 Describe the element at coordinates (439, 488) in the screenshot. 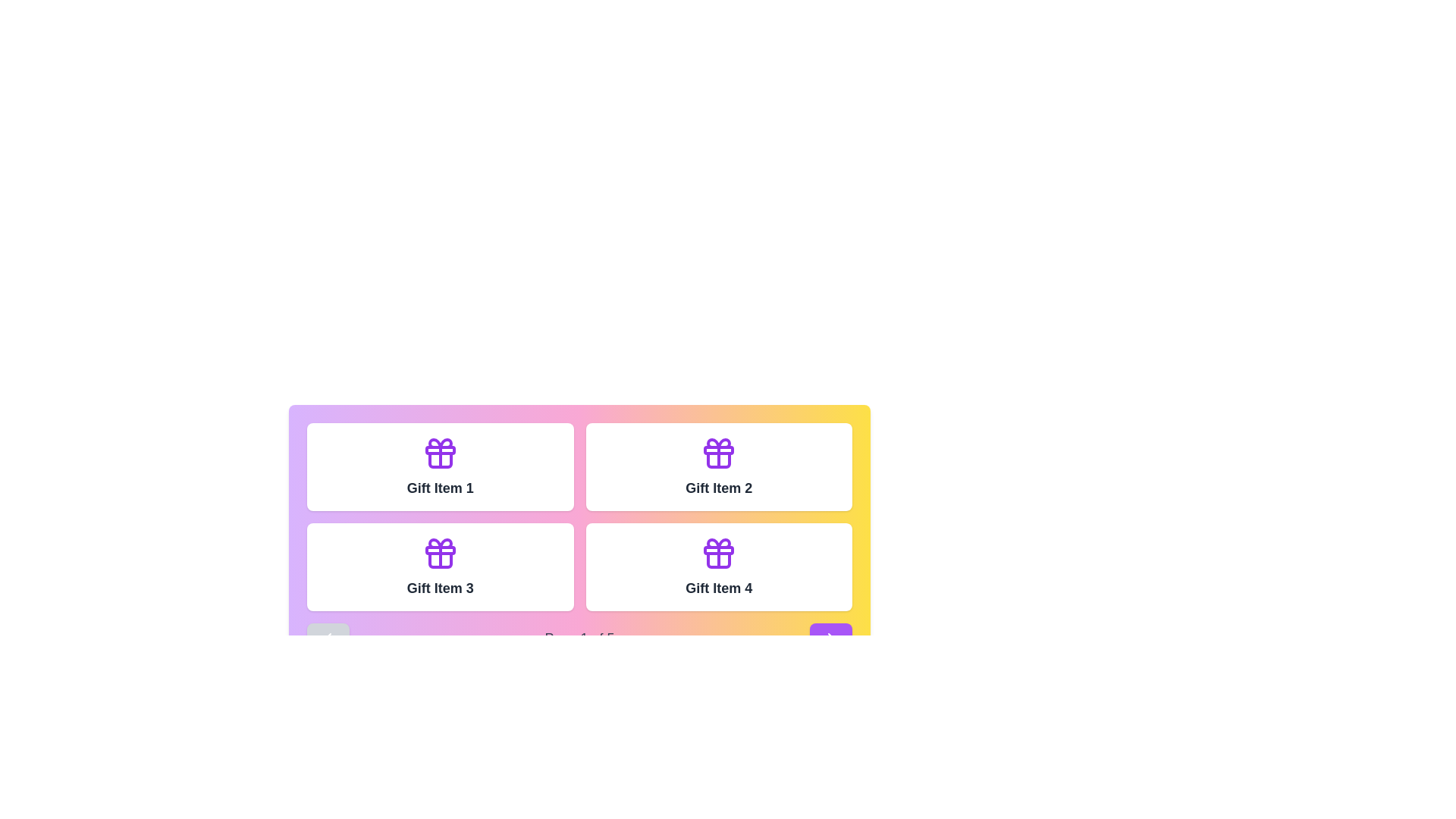

I see `text label that identifies the corresponding gift item displayed in the top-left card of the grid layout, positioned below the gift icon and centrally aligned within the card's bounds` at that location.